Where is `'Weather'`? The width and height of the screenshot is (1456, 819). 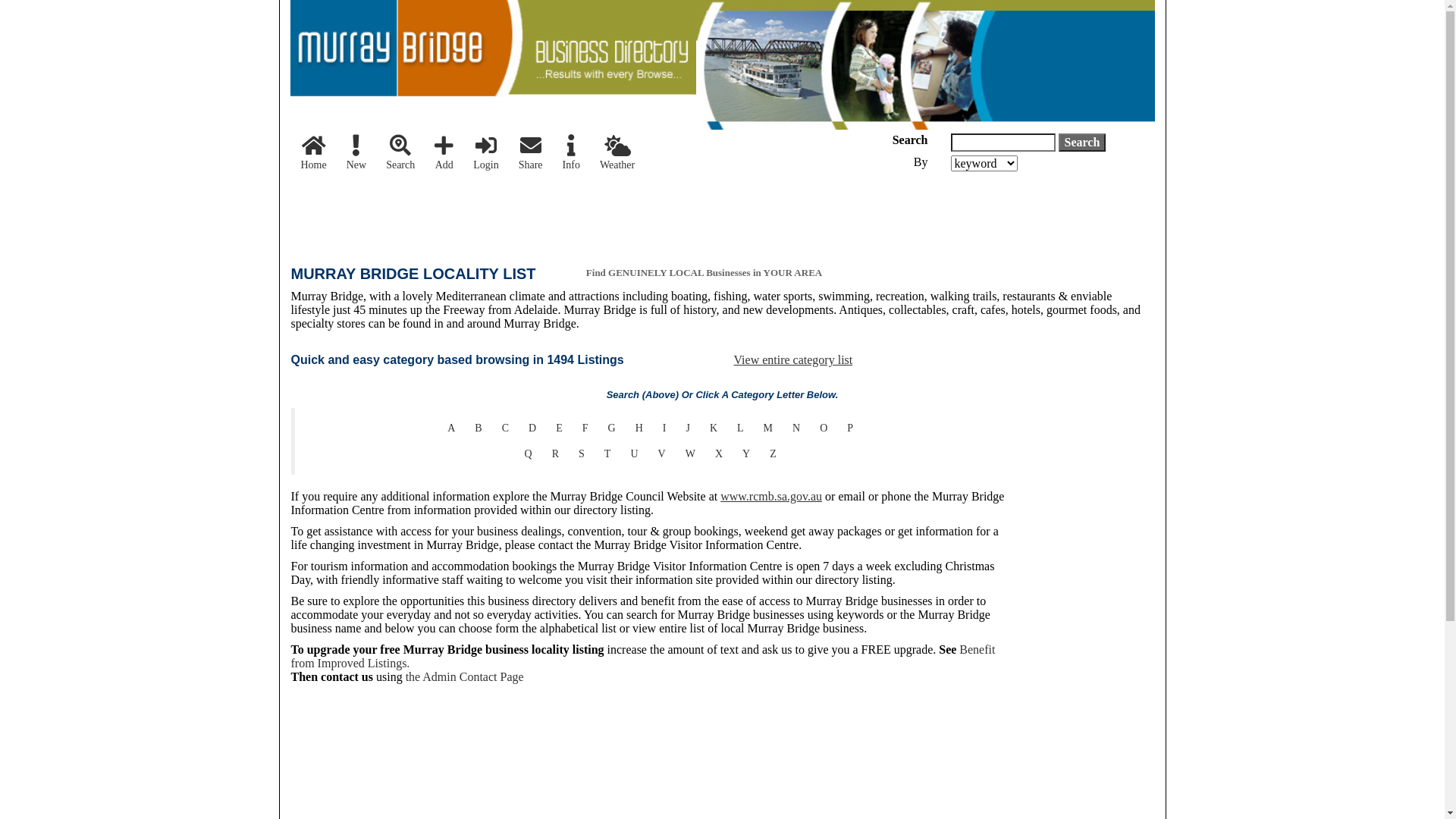
'Weather' is located at coordinates (617, 154).